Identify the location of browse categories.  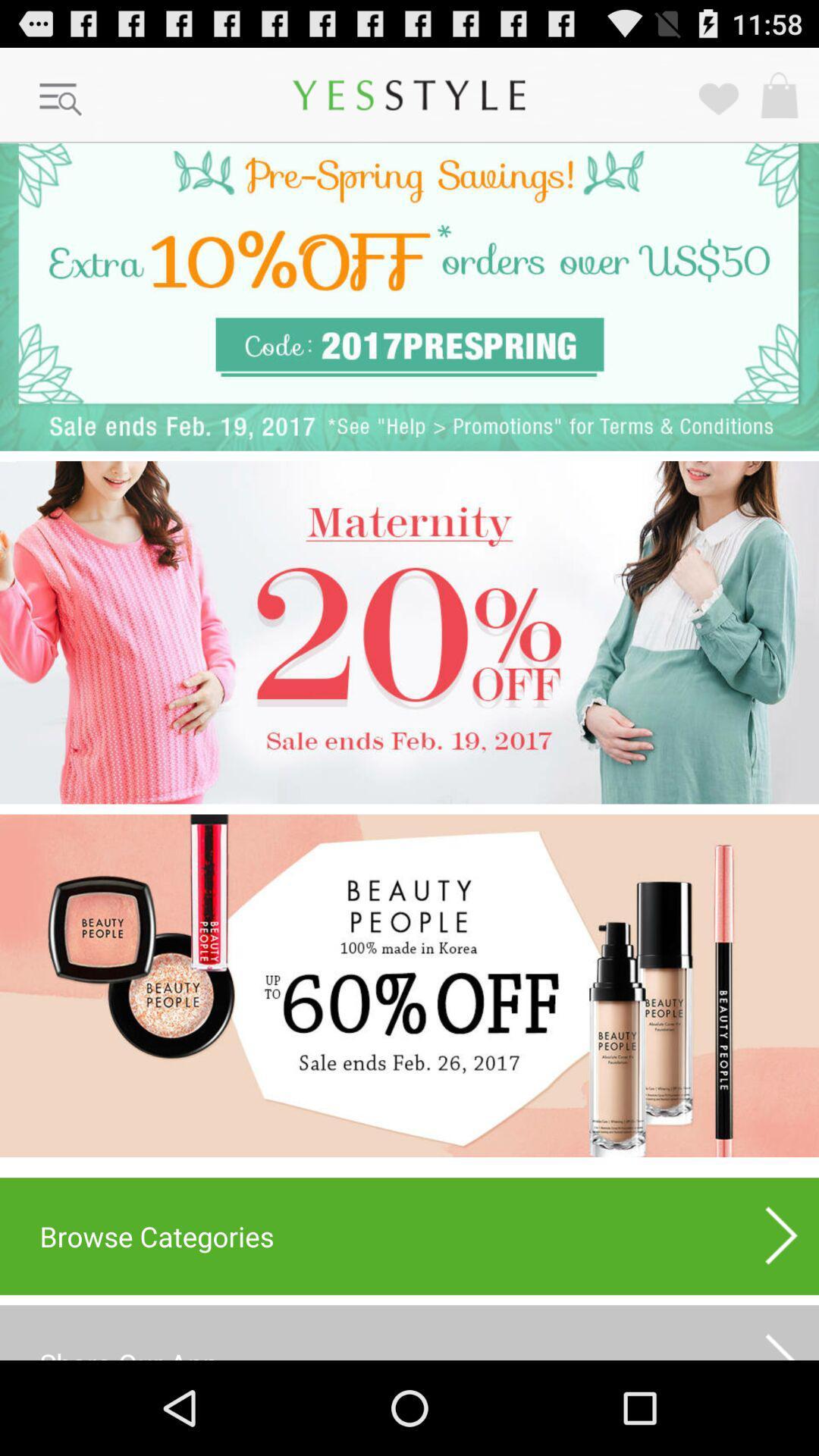
(409, 1236).